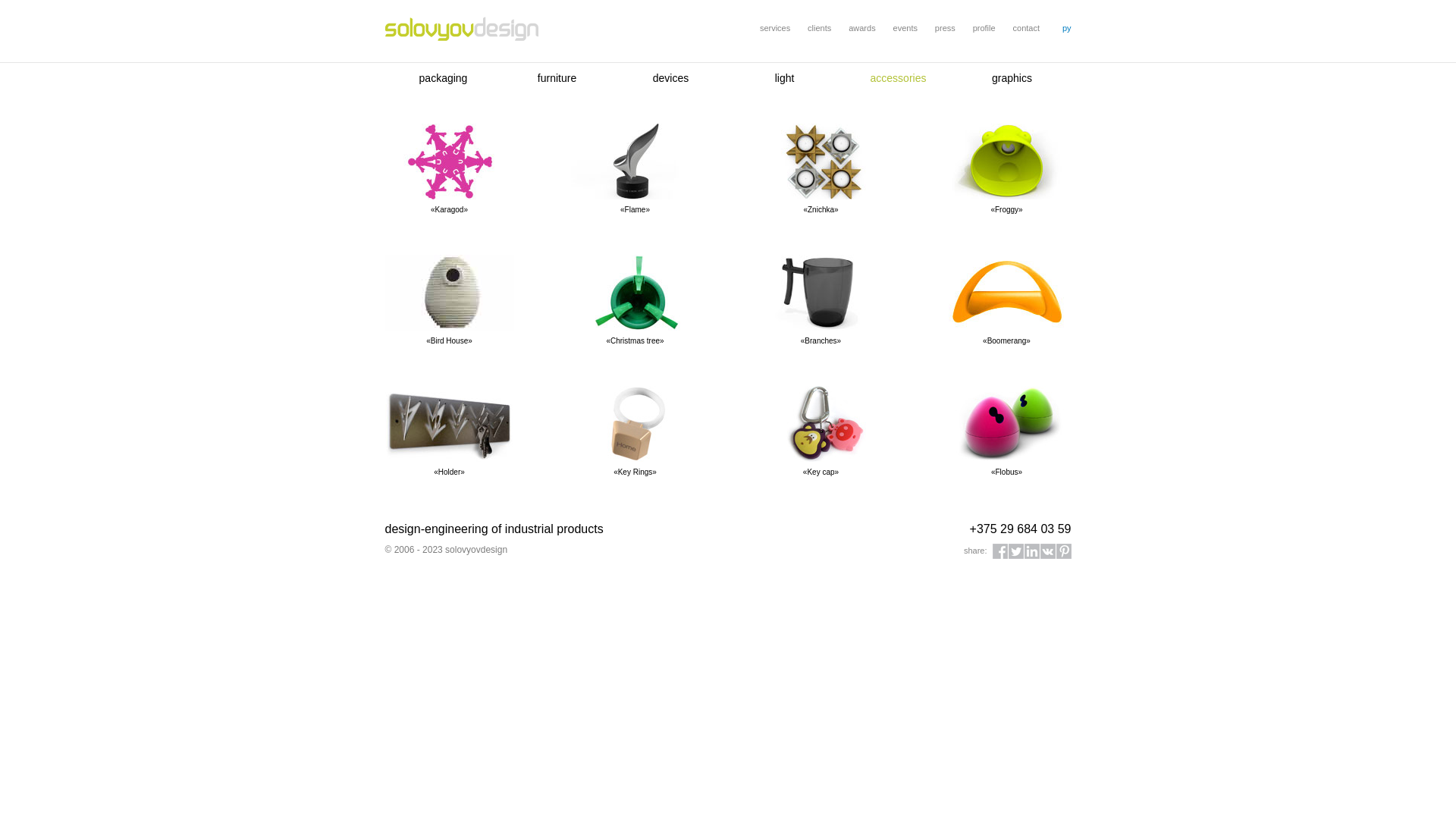  I want to click on 'light', so click(775, 78).